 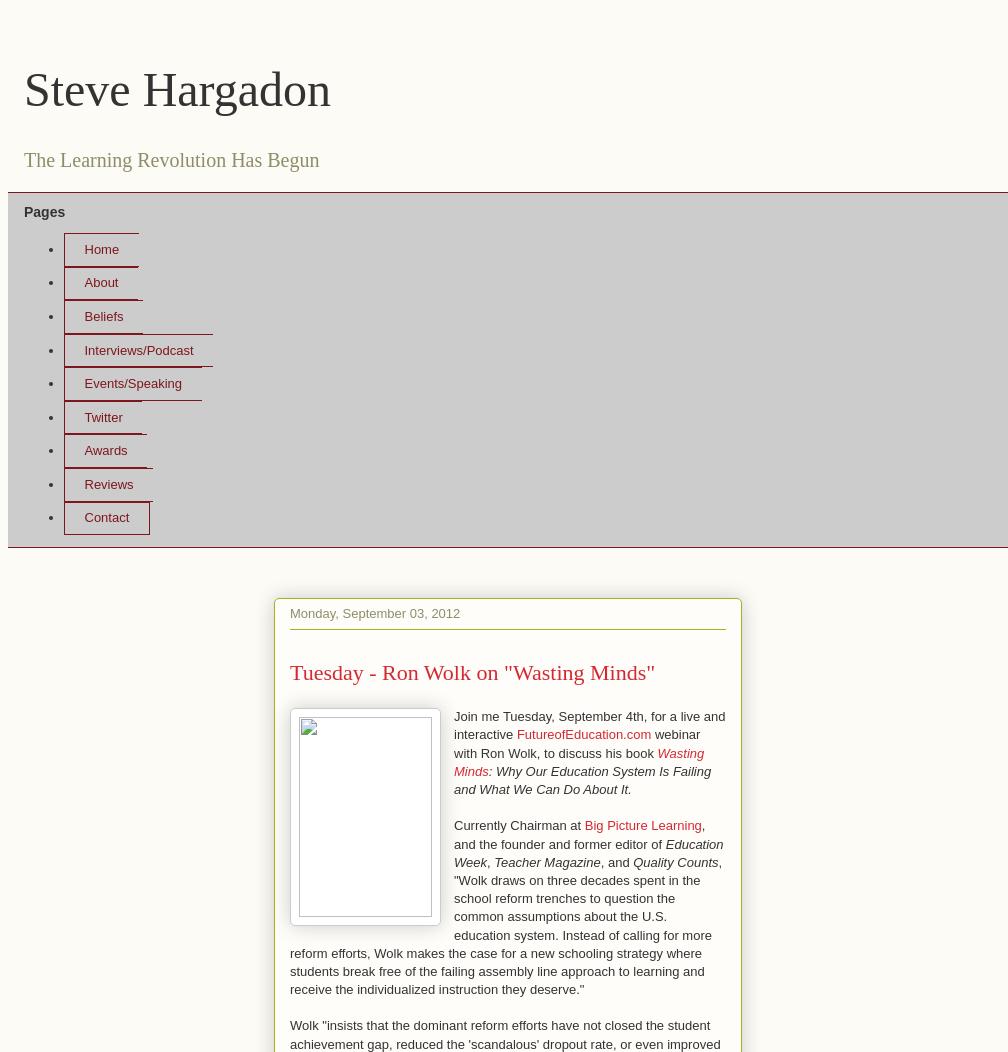 I want to click on 'Reviews', so click(x=108, y=482).